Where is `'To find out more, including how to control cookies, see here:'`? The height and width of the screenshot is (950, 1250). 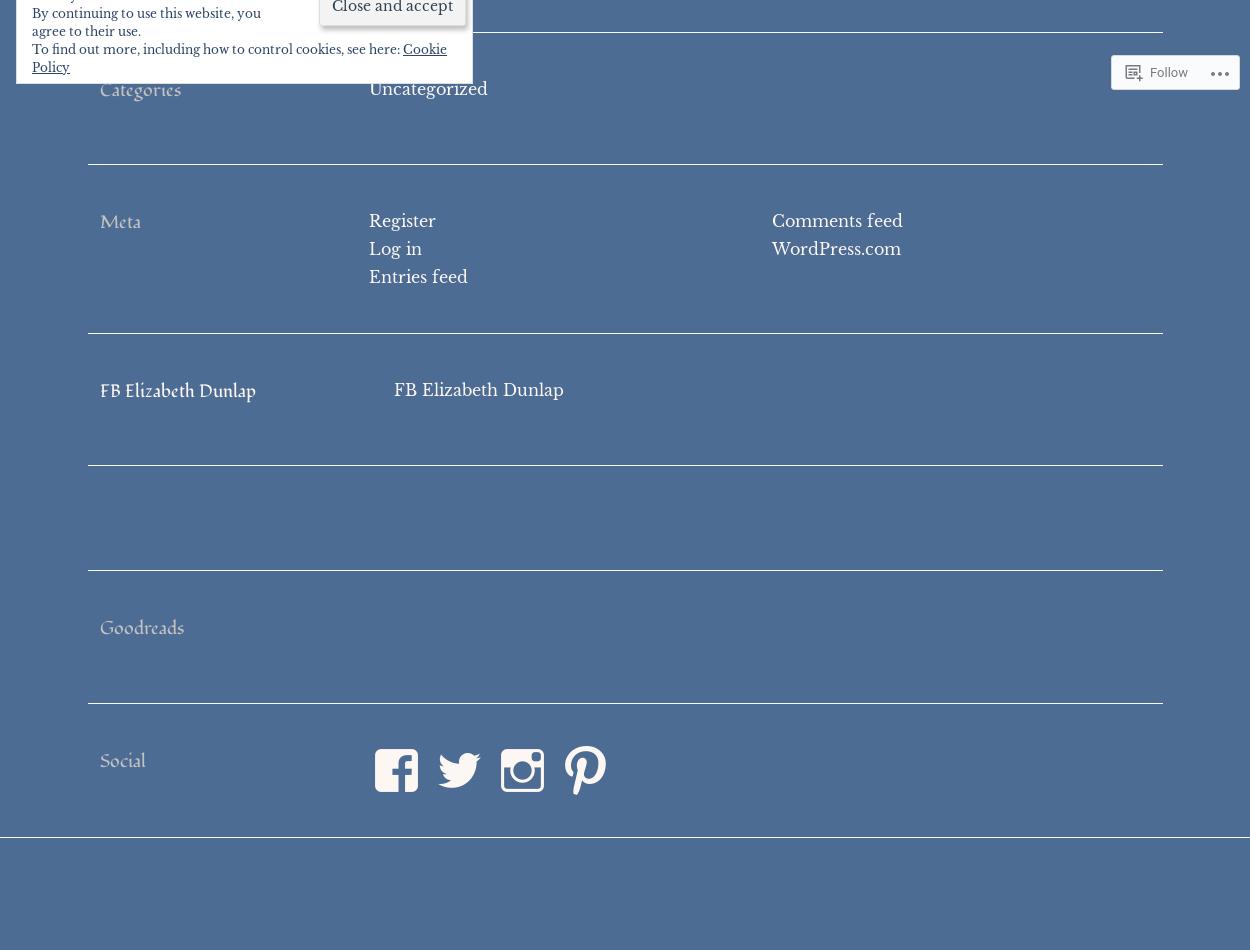 'To find out more, including how to control cookies, see here:' is located at coordinates (216, 49).